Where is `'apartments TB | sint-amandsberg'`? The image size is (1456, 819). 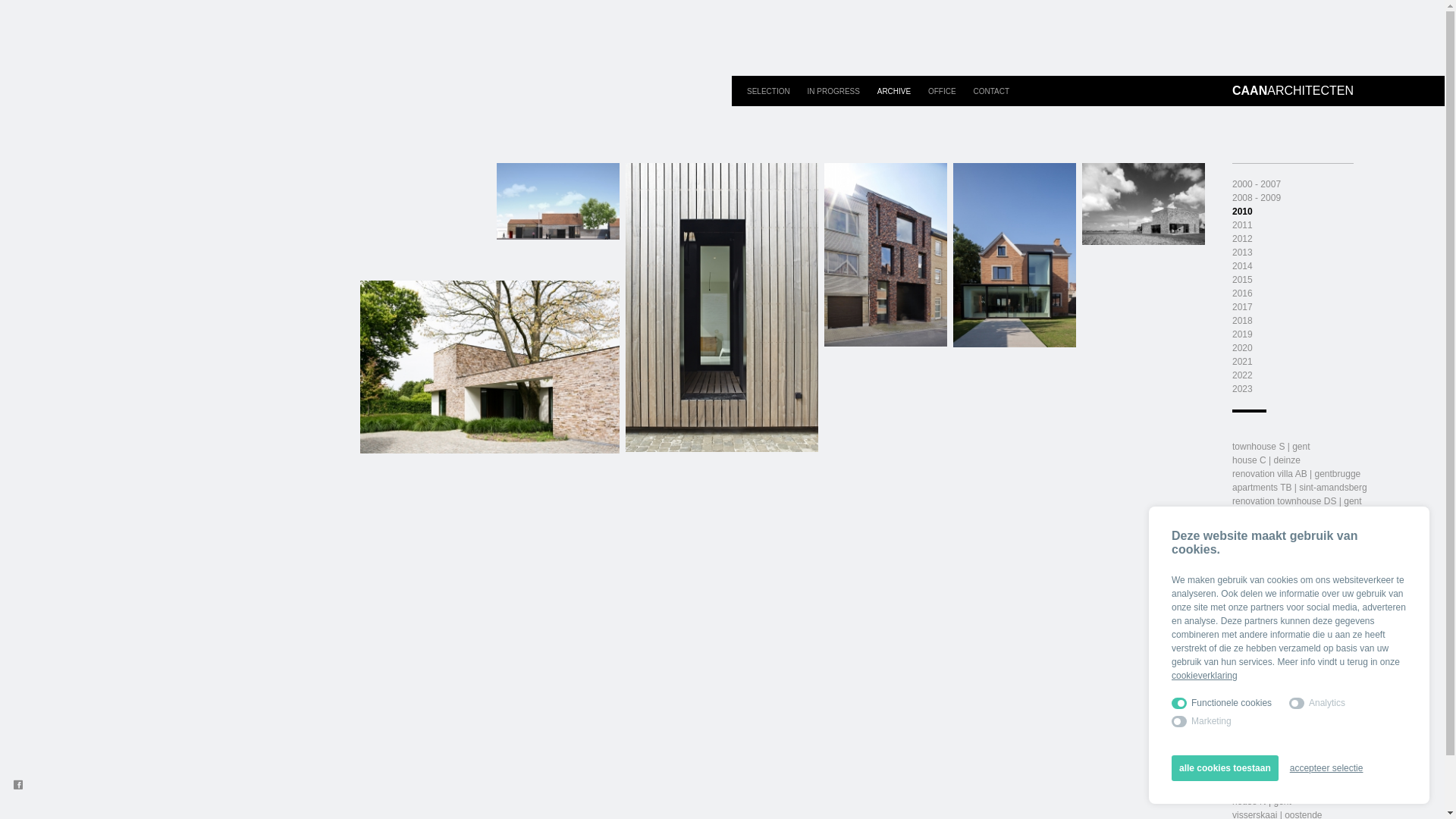 'apartments TB | sint-amandsberg' is located at coordinates (1298, 488).